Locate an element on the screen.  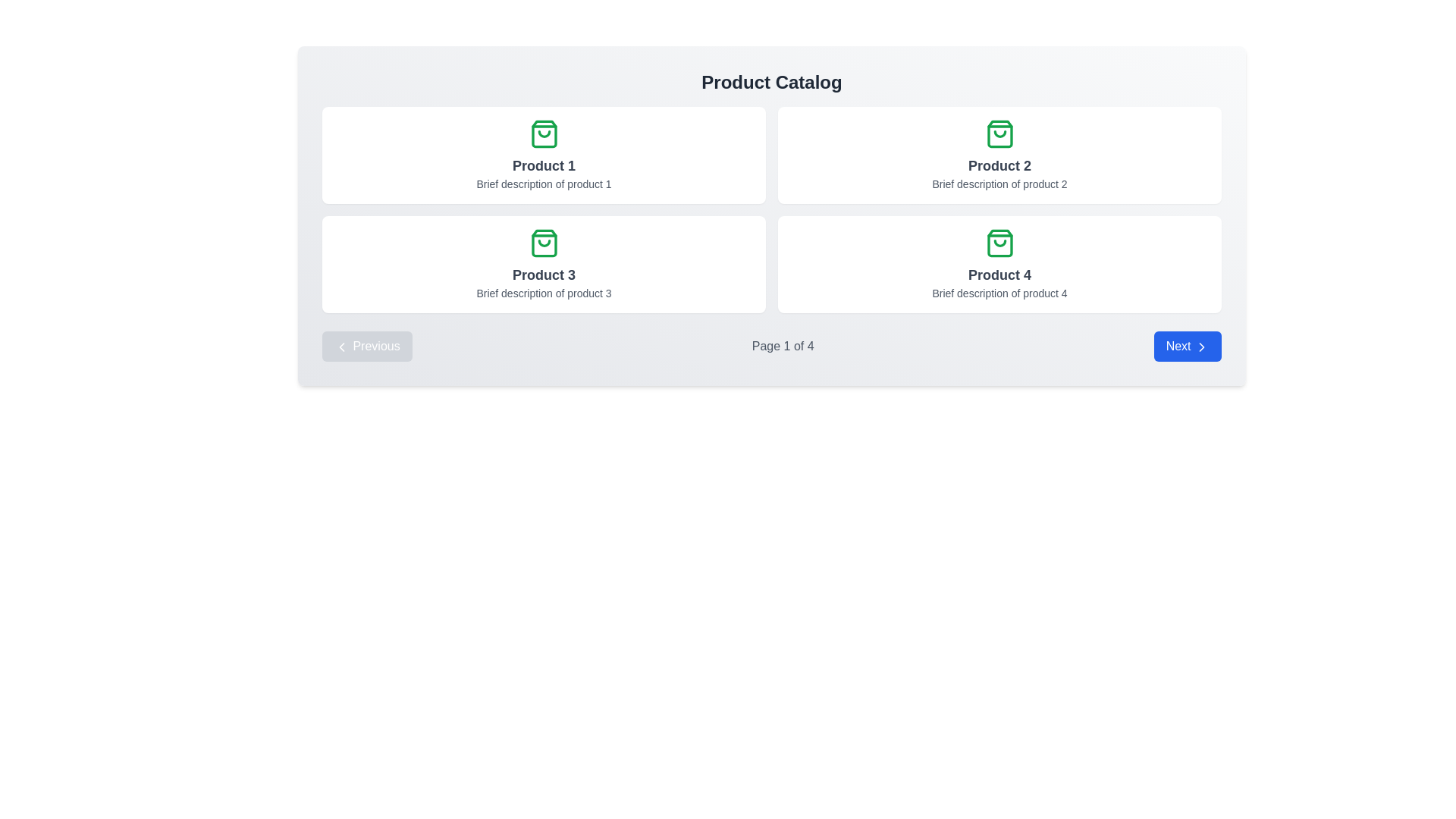
the Text Label that displays the current page number and total number of pages, located between the 'Previous' and 'Next' buttons in the navigation bar is located at coordinates (783, 346).